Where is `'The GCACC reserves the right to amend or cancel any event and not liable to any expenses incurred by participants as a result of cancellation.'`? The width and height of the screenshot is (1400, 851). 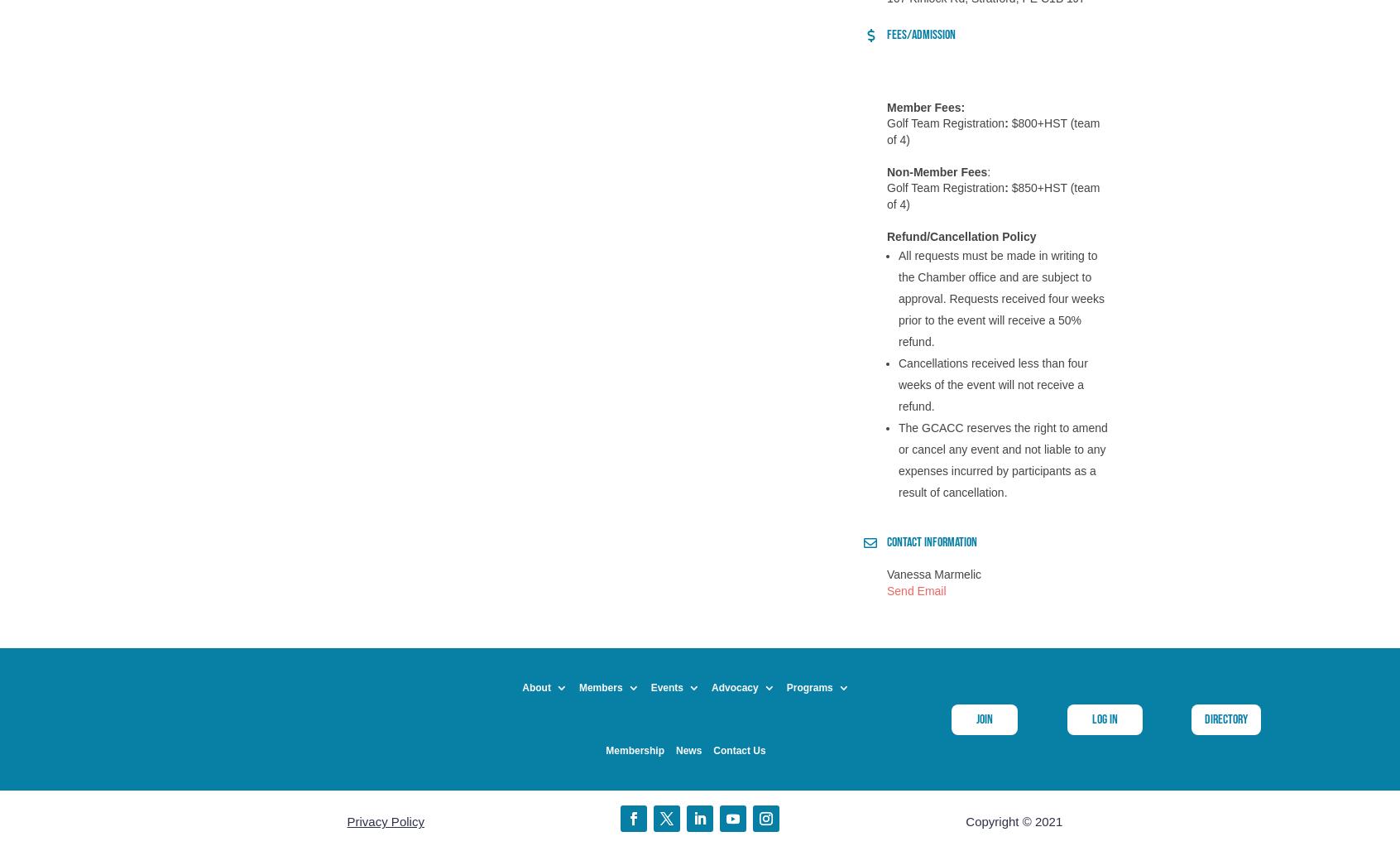 'The GCACC reserves the right to amend or cancel any event and not liable to any expenses incurred by participants as a result of cancellation.' is located at coordinates (1002, 460).